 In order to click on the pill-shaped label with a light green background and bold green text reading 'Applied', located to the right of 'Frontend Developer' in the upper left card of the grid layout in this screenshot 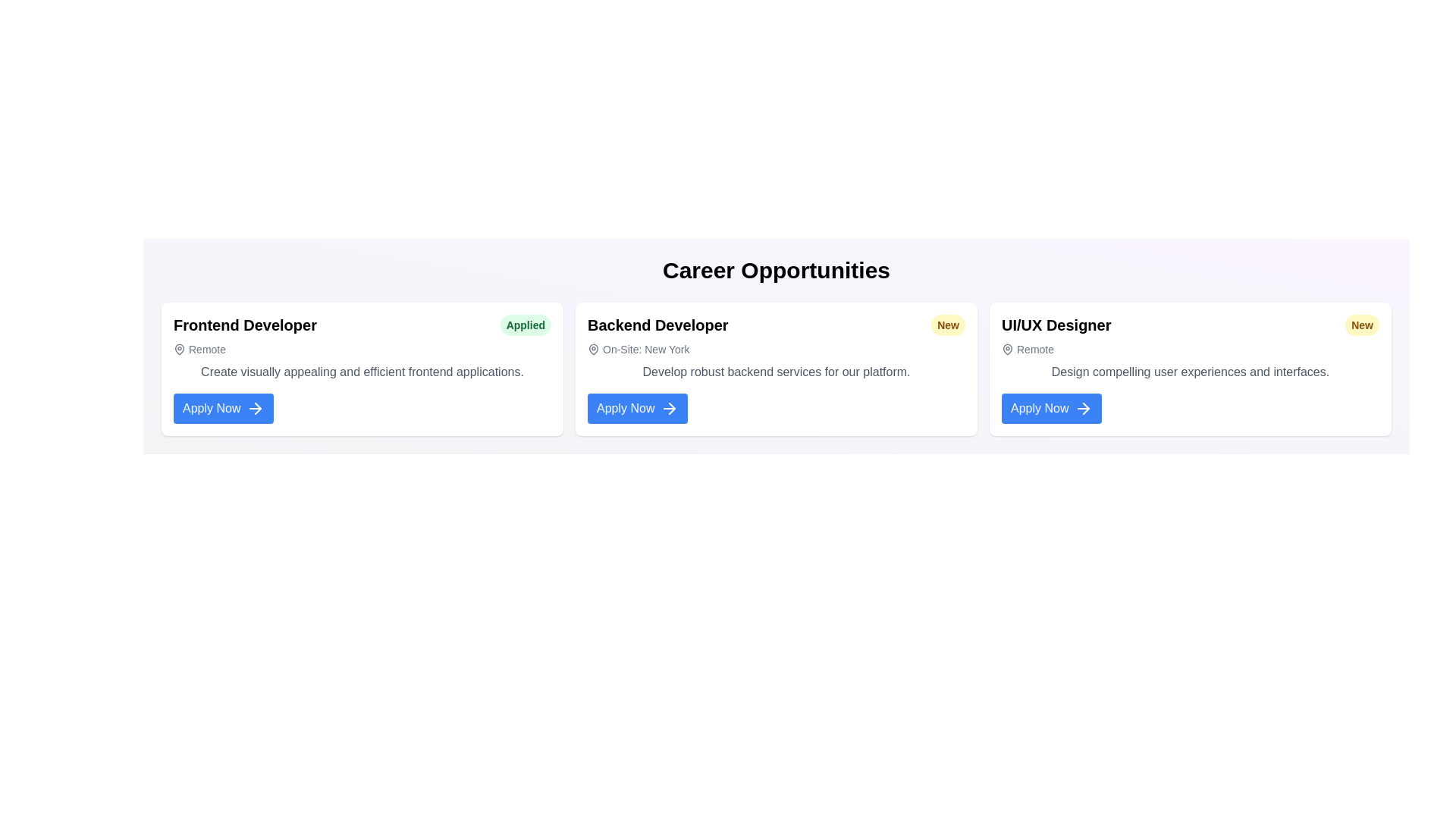, I will do `click(526, 324)`.